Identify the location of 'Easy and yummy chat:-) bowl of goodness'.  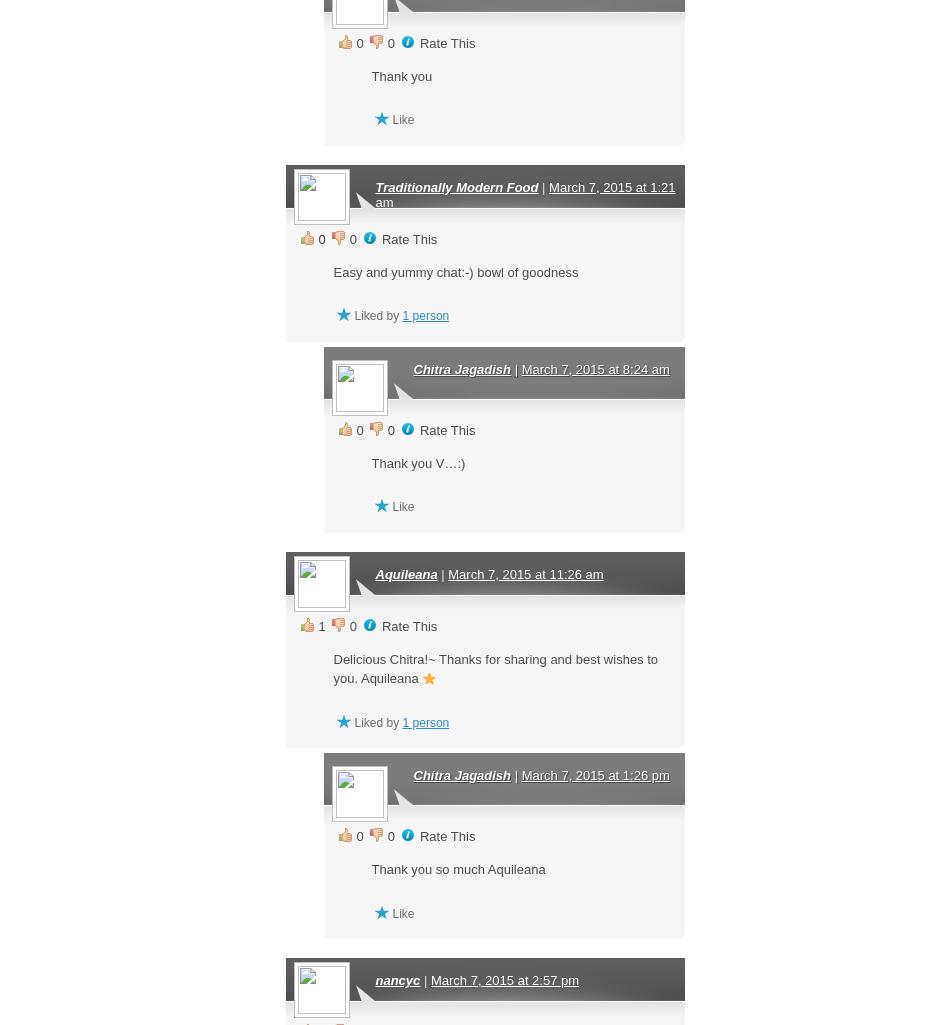
(454, 270).